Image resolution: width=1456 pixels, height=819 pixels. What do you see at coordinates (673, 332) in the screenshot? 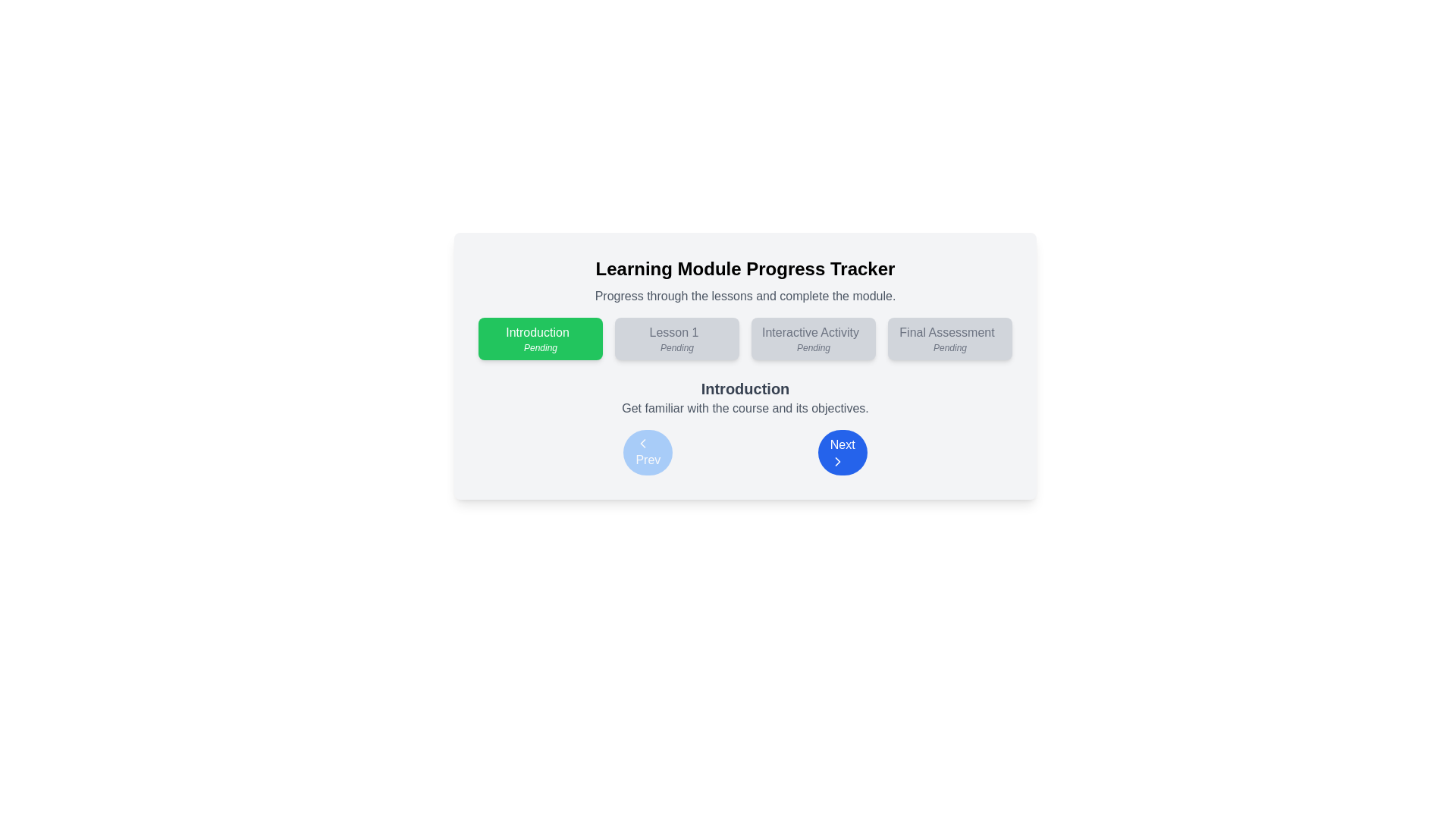
I see `the step` at bounding box center [673, 332].